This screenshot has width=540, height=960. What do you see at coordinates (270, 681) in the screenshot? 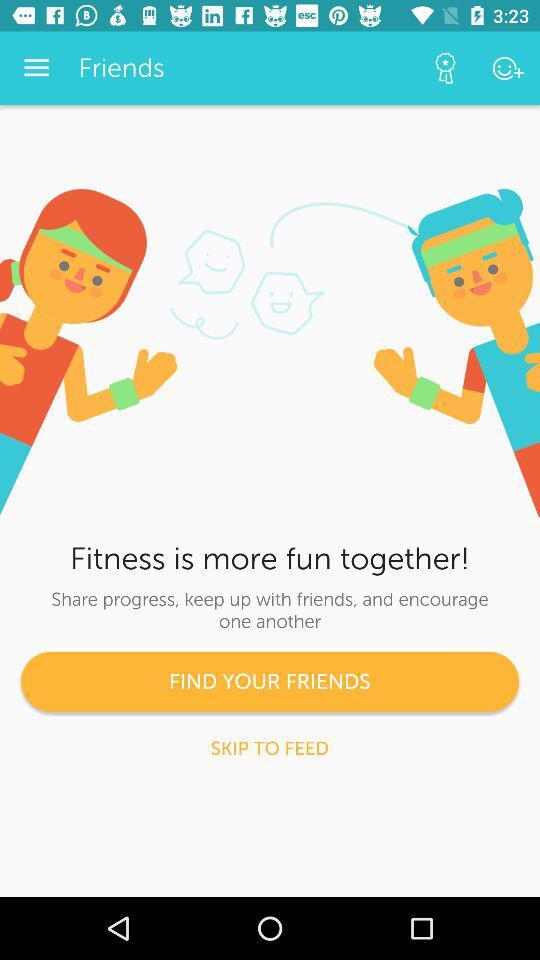
I see `item above skip to feed item` at bounding box center [270, 681].